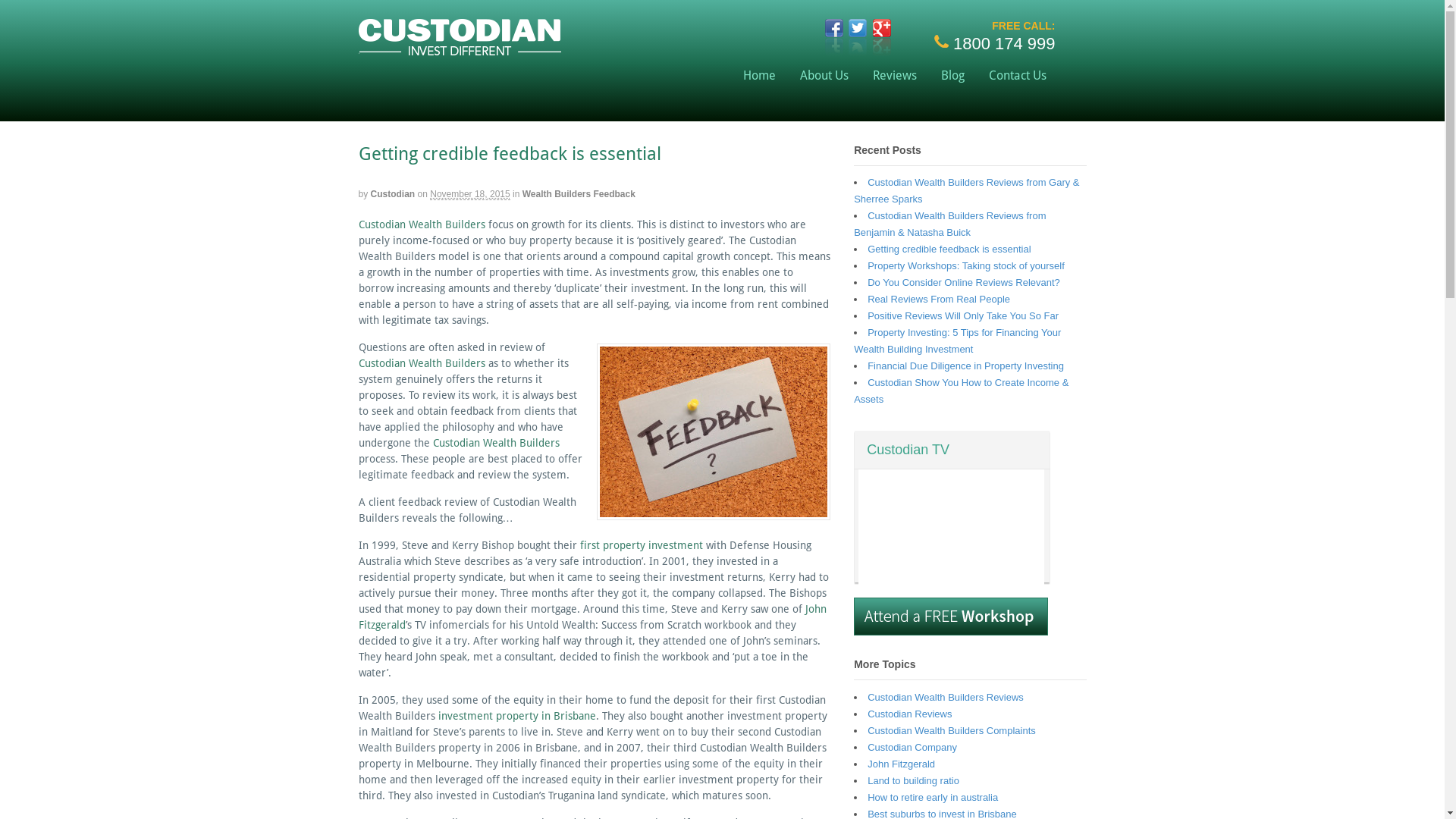 The width and height of the screenshot is (1456, 819). I want to click on 'Real Reviews From Real People', so click(938, 299).